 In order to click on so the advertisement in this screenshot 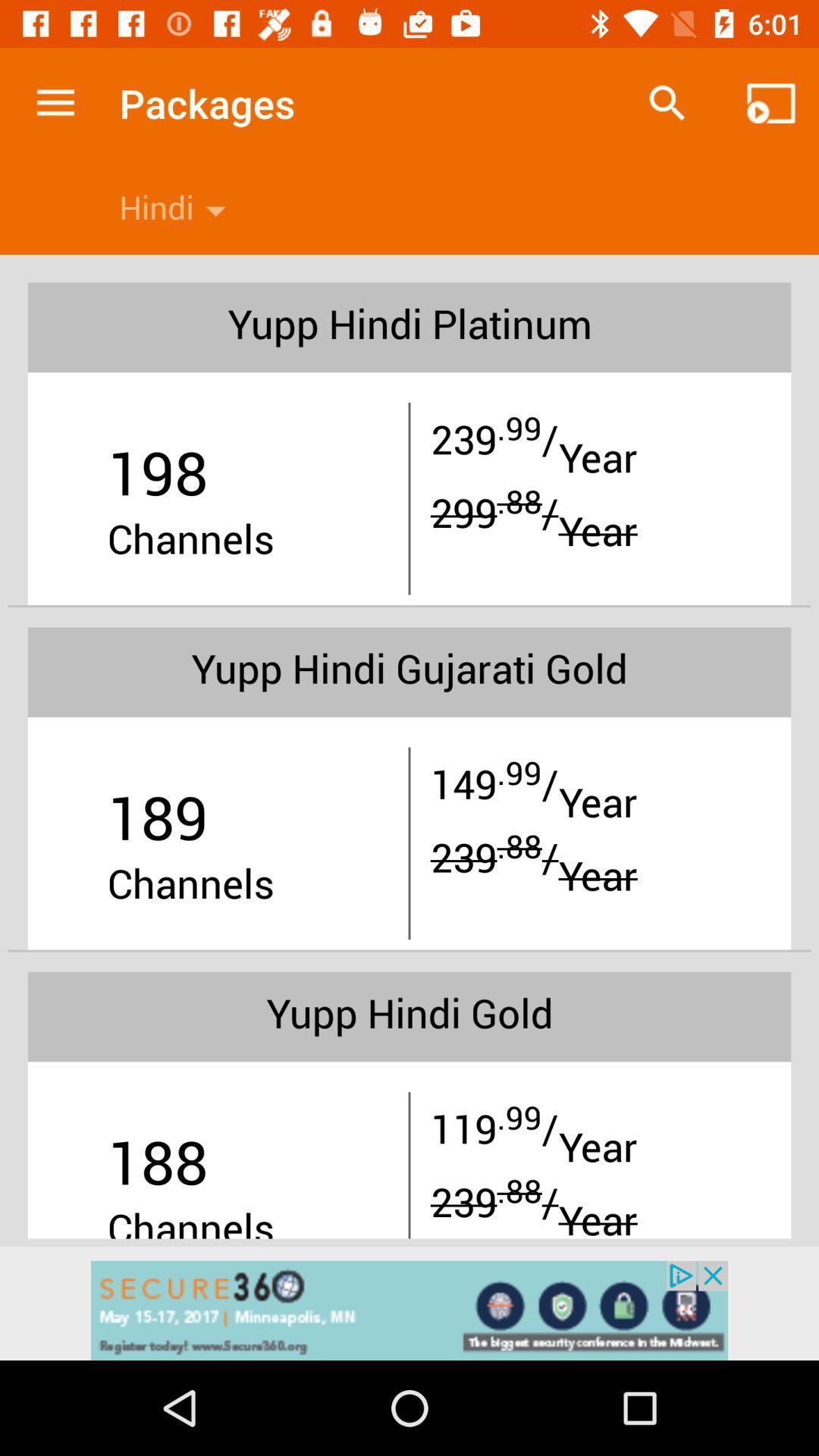, I will do `click(409, 1310)`.